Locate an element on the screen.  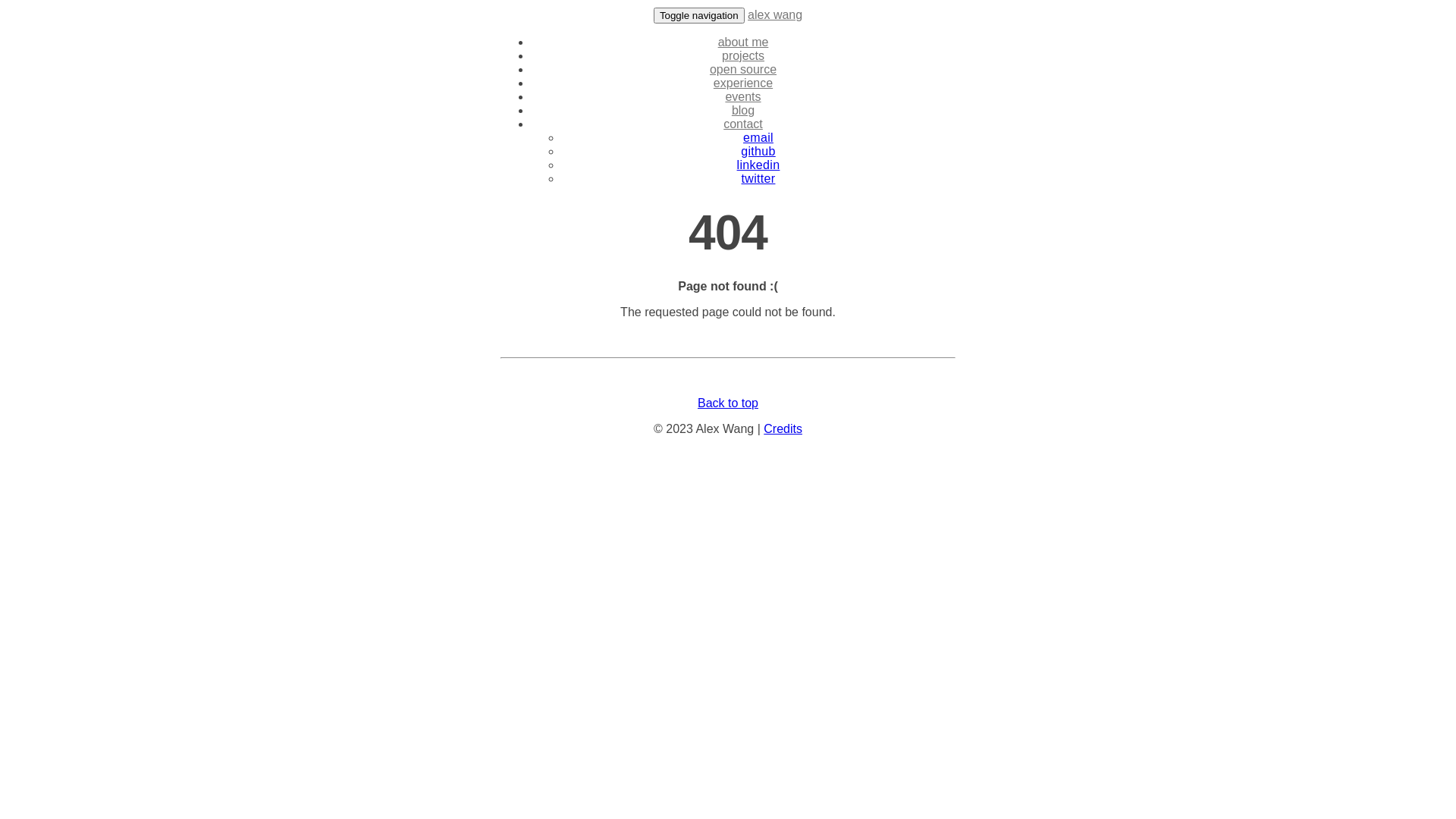
'about me' is located at coordinates (717, 41).